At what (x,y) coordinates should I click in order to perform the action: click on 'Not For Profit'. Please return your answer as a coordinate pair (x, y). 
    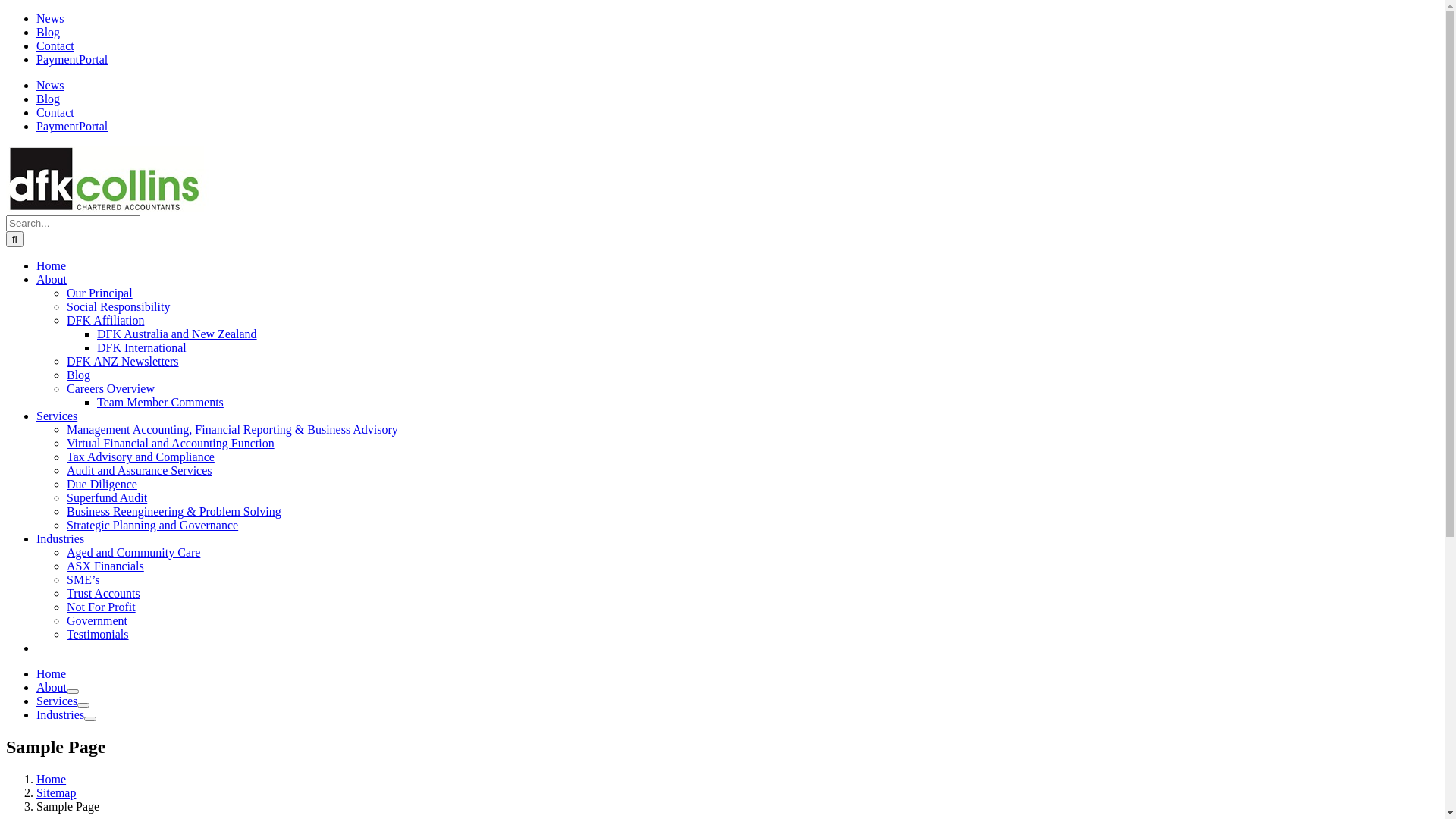
    Looking at the image, I should click on (100, 606).